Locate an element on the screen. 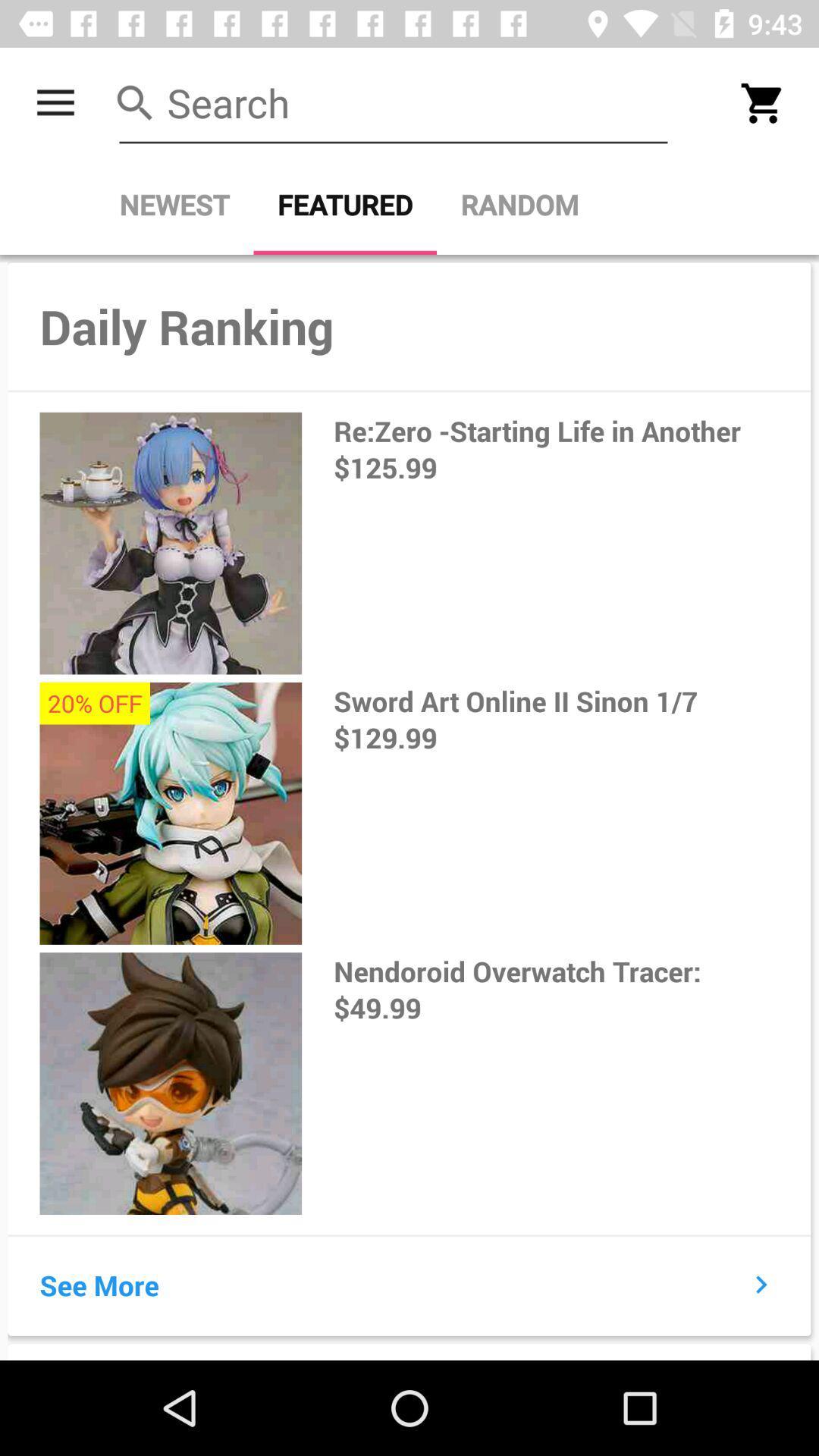 The width and height of the screenshot is (819, 1456). random icon is located at coordinates (519, 204).